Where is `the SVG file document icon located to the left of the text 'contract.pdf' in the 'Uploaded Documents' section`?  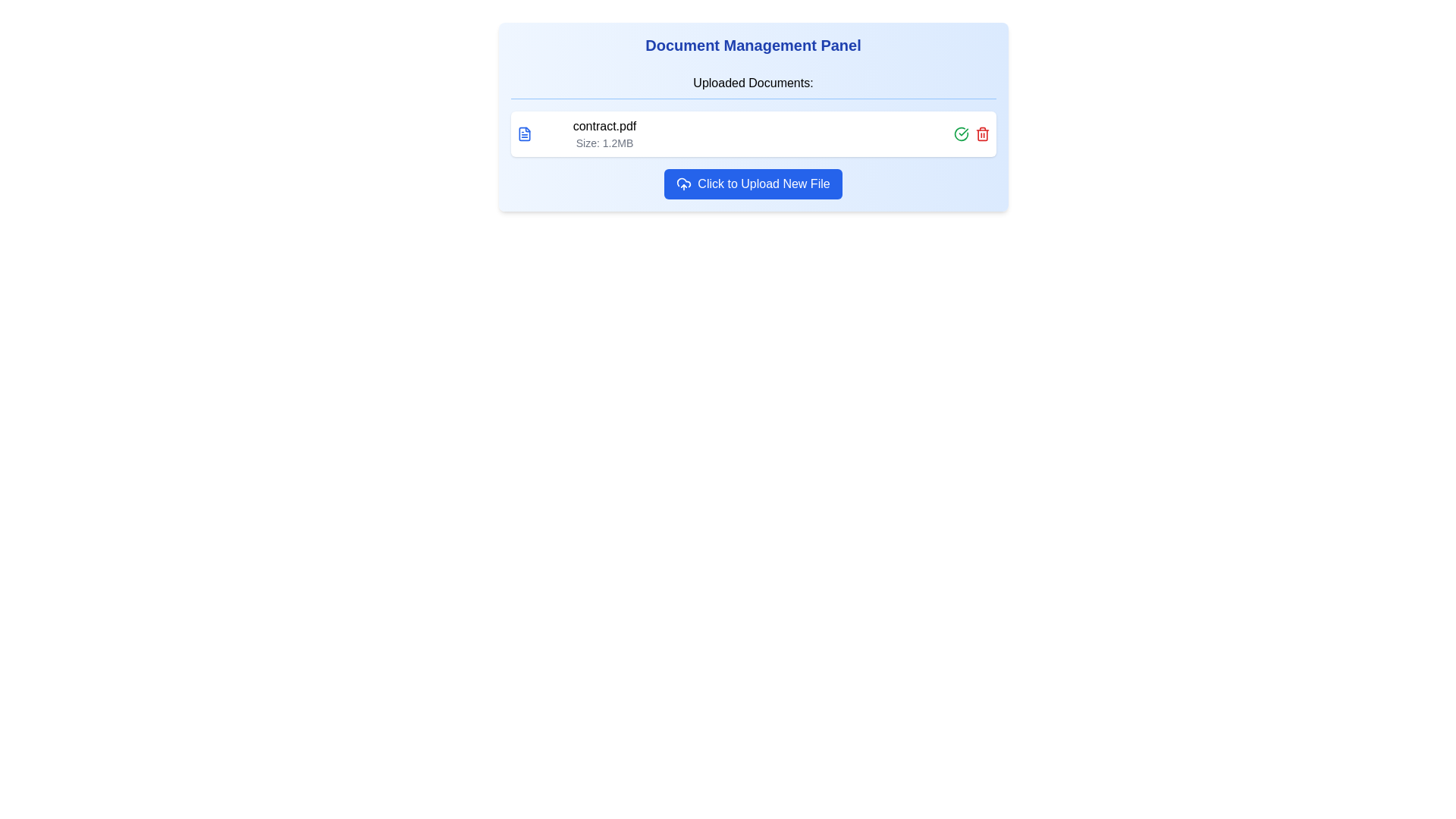 the SVG file document icon located to the left of the text 'contract.pdf' in the 'Uploaded Documents' section is located at coordinates (524, 133).